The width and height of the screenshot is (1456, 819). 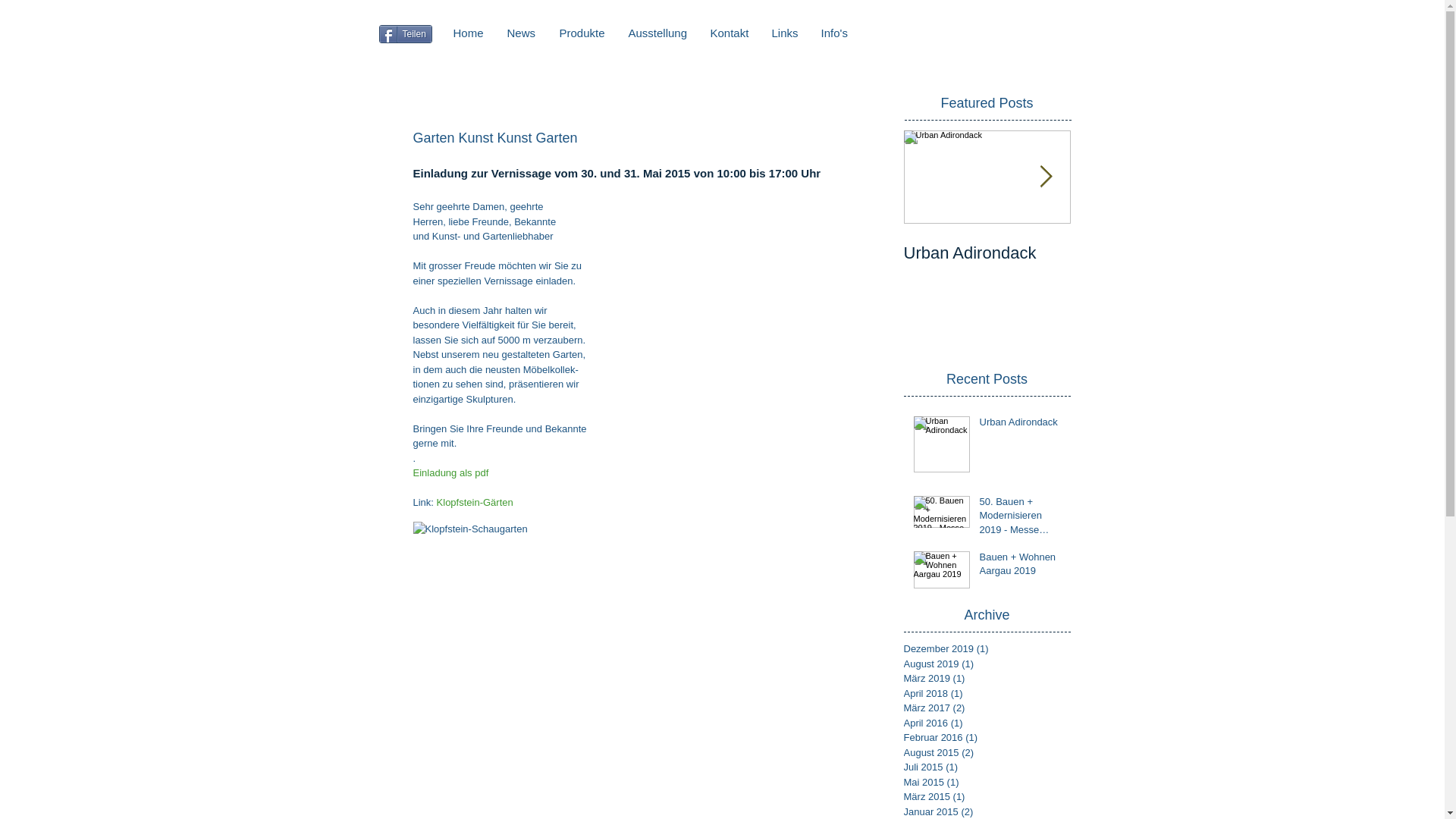 What do you see at coordinates (698, 32) in the screenshot?
I see `'Kontakt'` at bounding box center [698, 32].